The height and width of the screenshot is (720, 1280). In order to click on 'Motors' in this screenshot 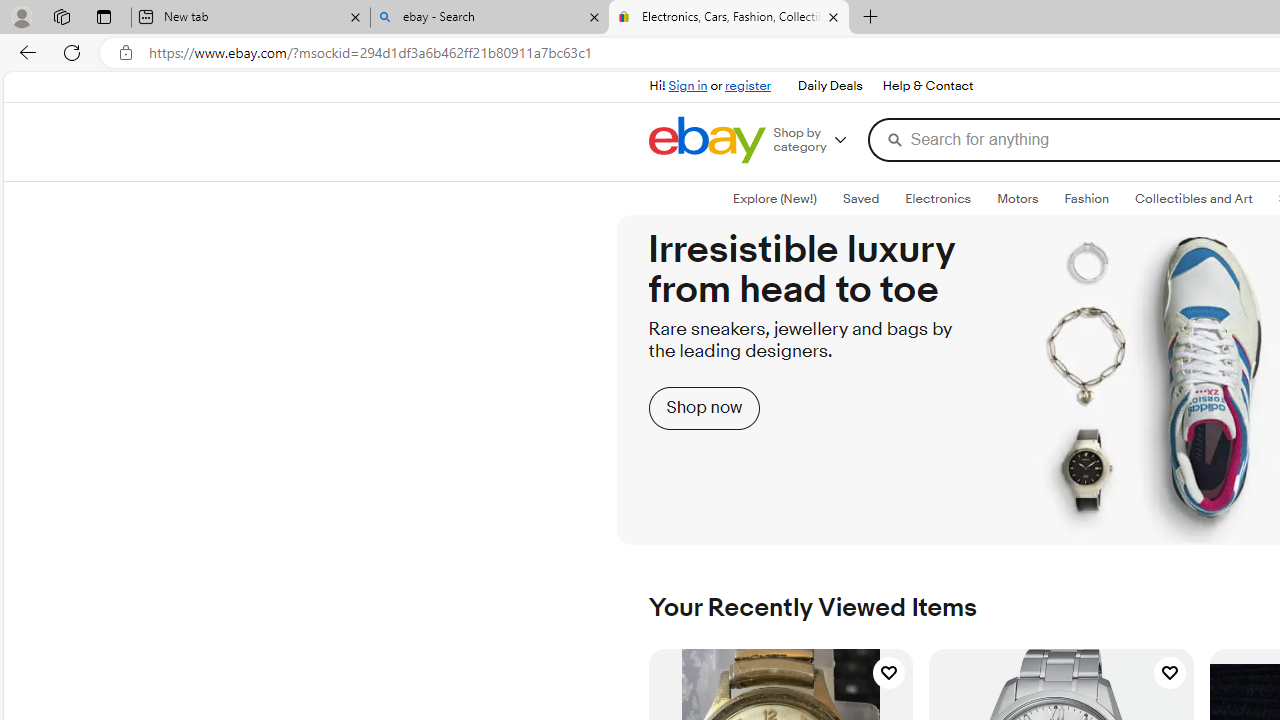, I will do `click(1018, 199)`.